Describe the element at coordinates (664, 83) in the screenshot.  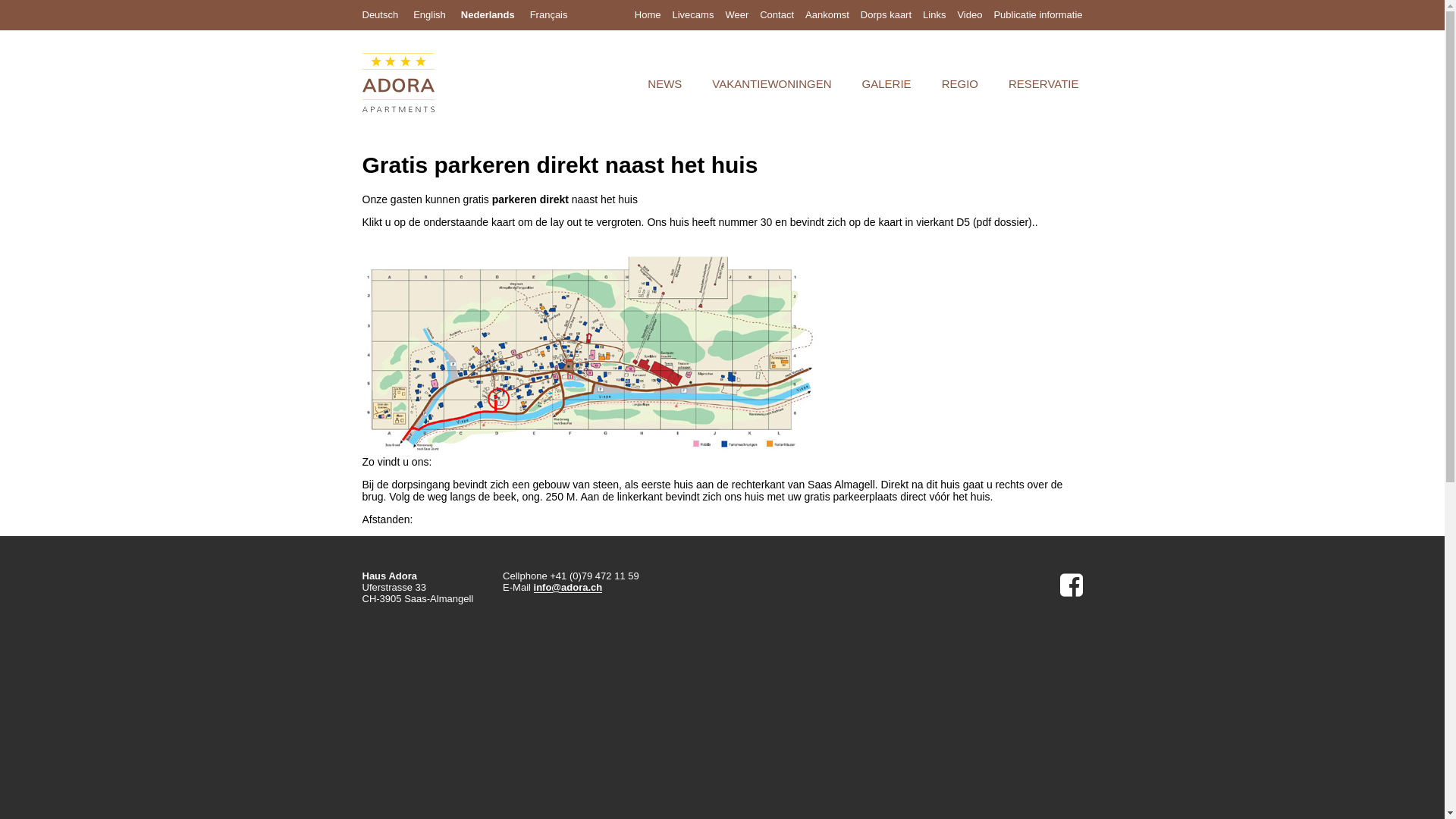
I see `'NEWS'` at that location.